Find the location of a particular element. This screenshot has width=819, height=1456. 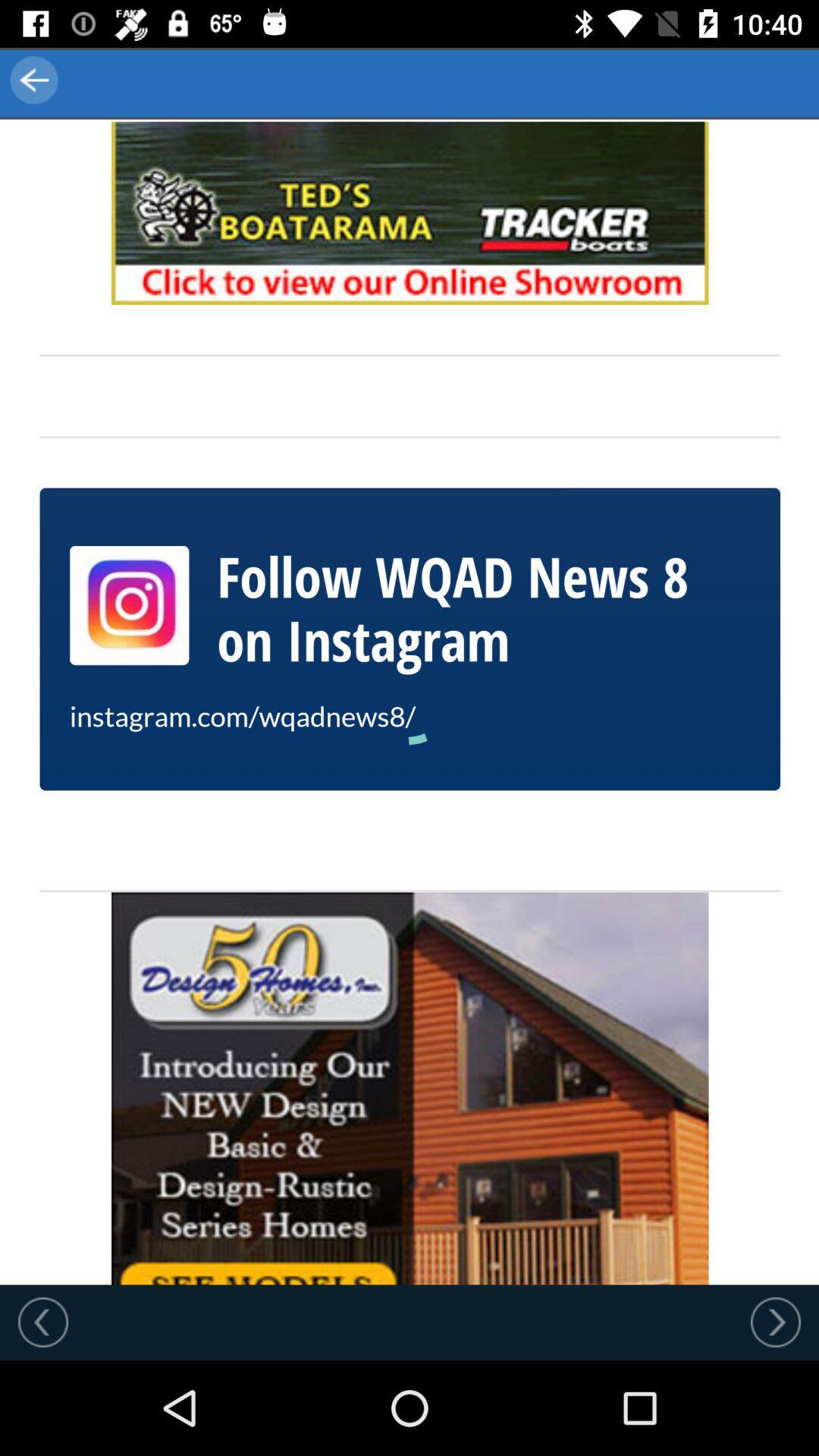

the arrow_backward icon is located at coordinates (43, 79).